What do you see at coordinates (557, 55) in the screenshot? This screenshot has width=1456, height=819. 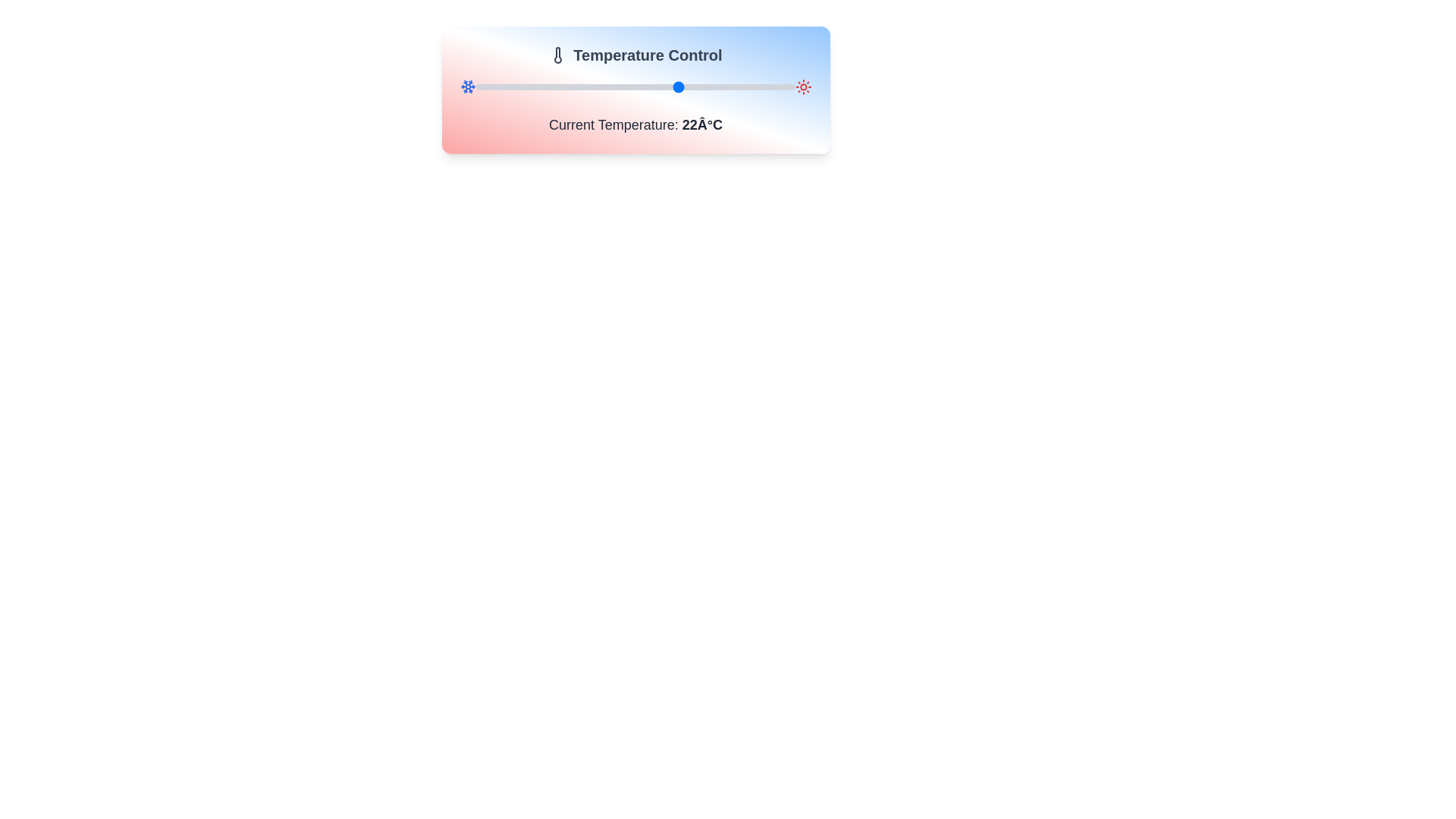 I see `the vertical thermometer icon, which is styled with a slender, rounded shape and is located near the top center of the temperature control interface, preceding the label 'Temperature Control'` at bounding box center [557, 55].